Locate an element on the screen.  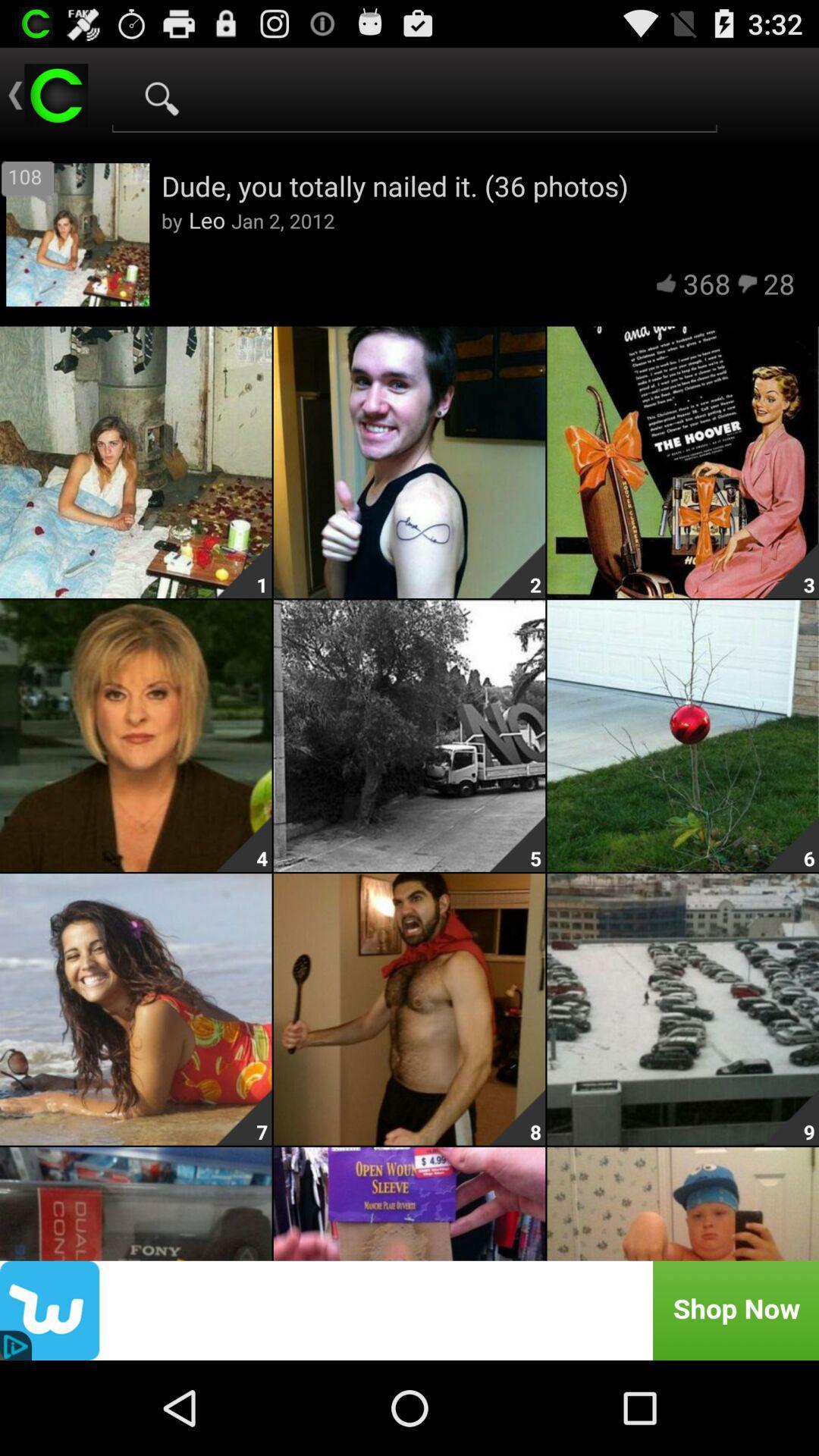
the 6 image is located at coordinates (683, 736).